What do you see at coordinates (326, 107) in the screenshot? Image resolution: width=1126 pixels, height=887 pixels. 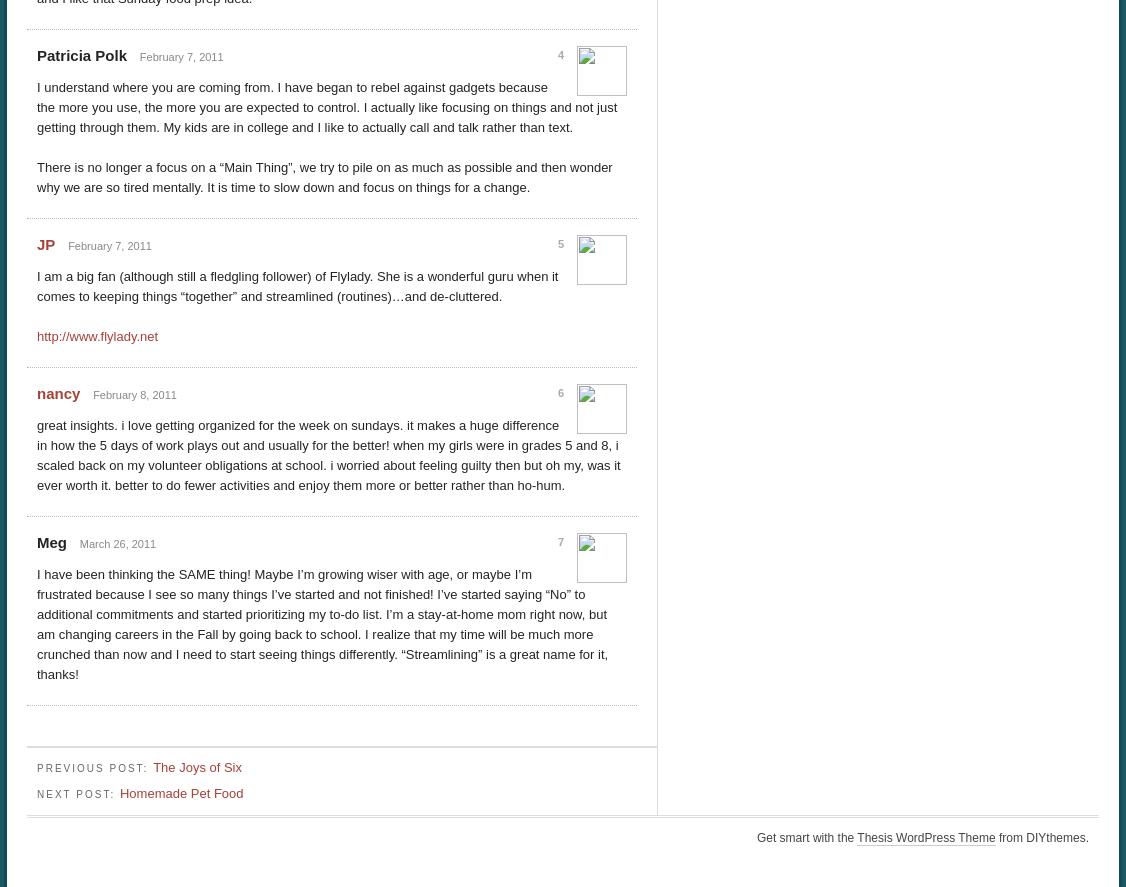 I see `'I understand where you are coming from.  I have began to rebel against gadgets because the more you use, the more you are expected to control. I actually like focusing on things and not just getting through them.  My kids are in college and I like to actually call and talk  rather than text.'` at bounding box center [326, 107].